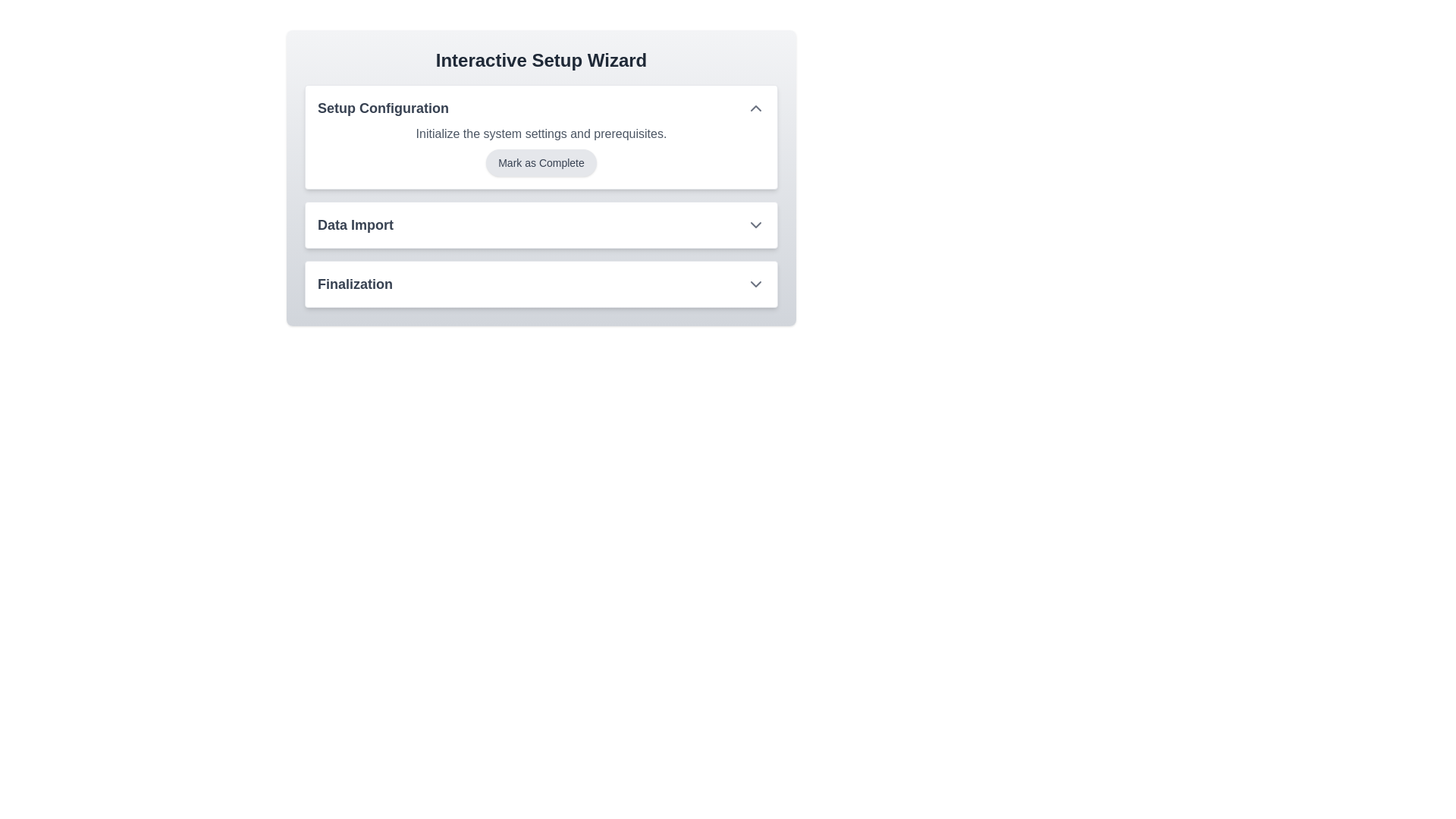 The image size is (1456, 819). Describe the element at coordinates (541, 284) in the screenshot. I see `the 'Finalization' dropdown trigger located in the bottom section` at that location.